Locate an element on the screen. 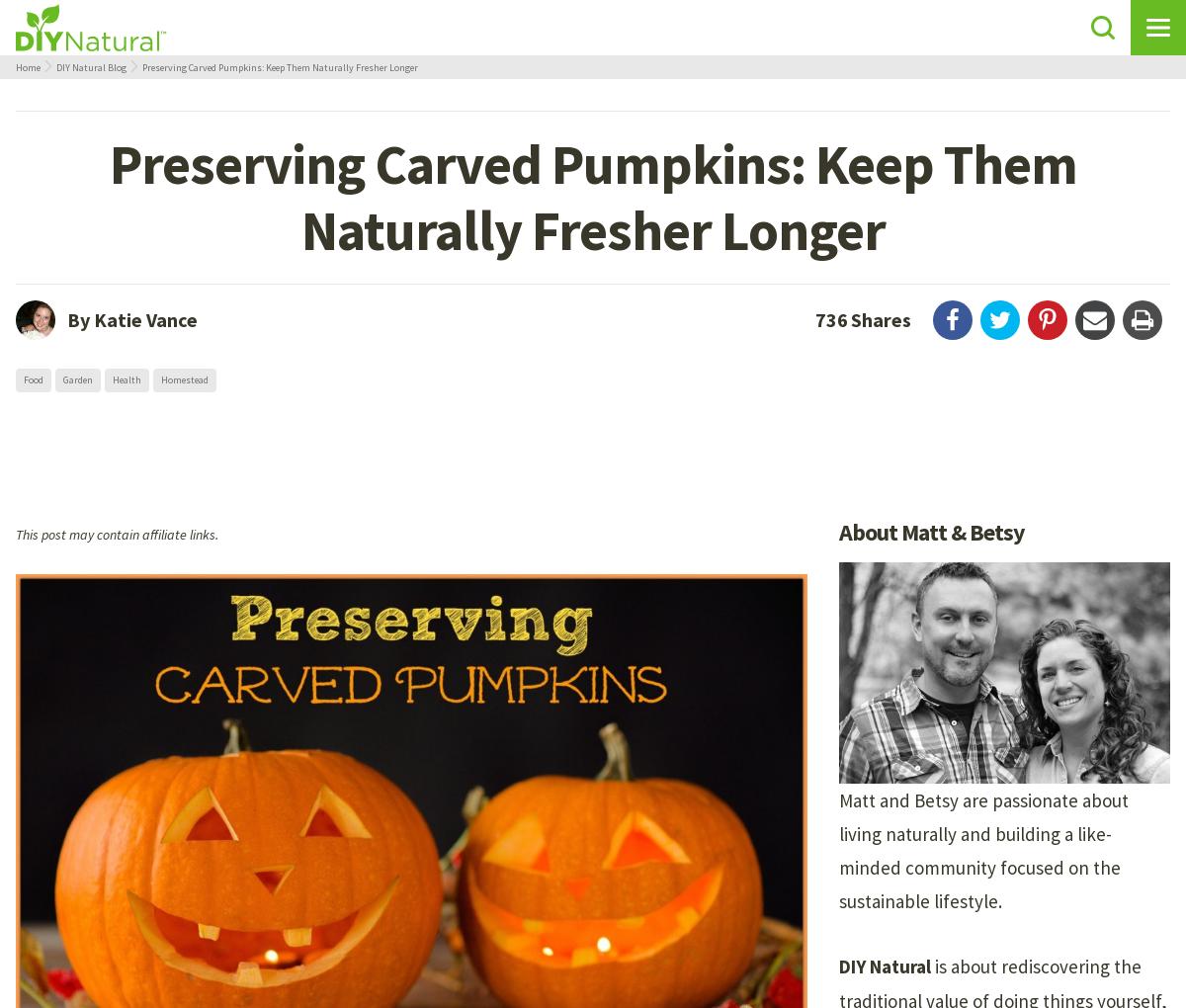 The image size is (1186, 1008). 'DIY Natural Blog' is located at coordinates (56, 67).